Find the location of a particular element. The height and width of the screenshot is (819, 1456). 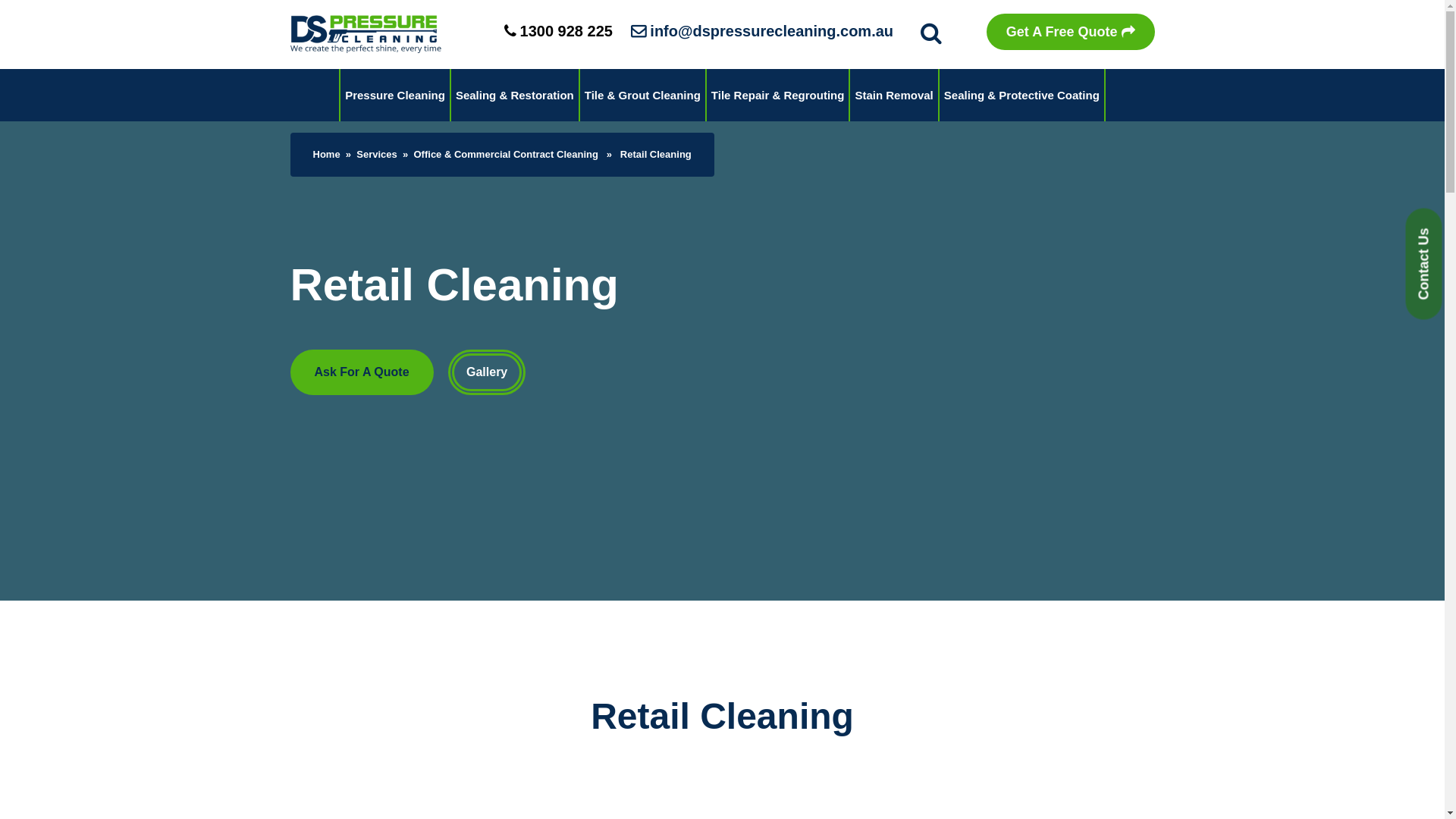

'Tile Repair & Regrouting' is located at coordinates (778, 95).